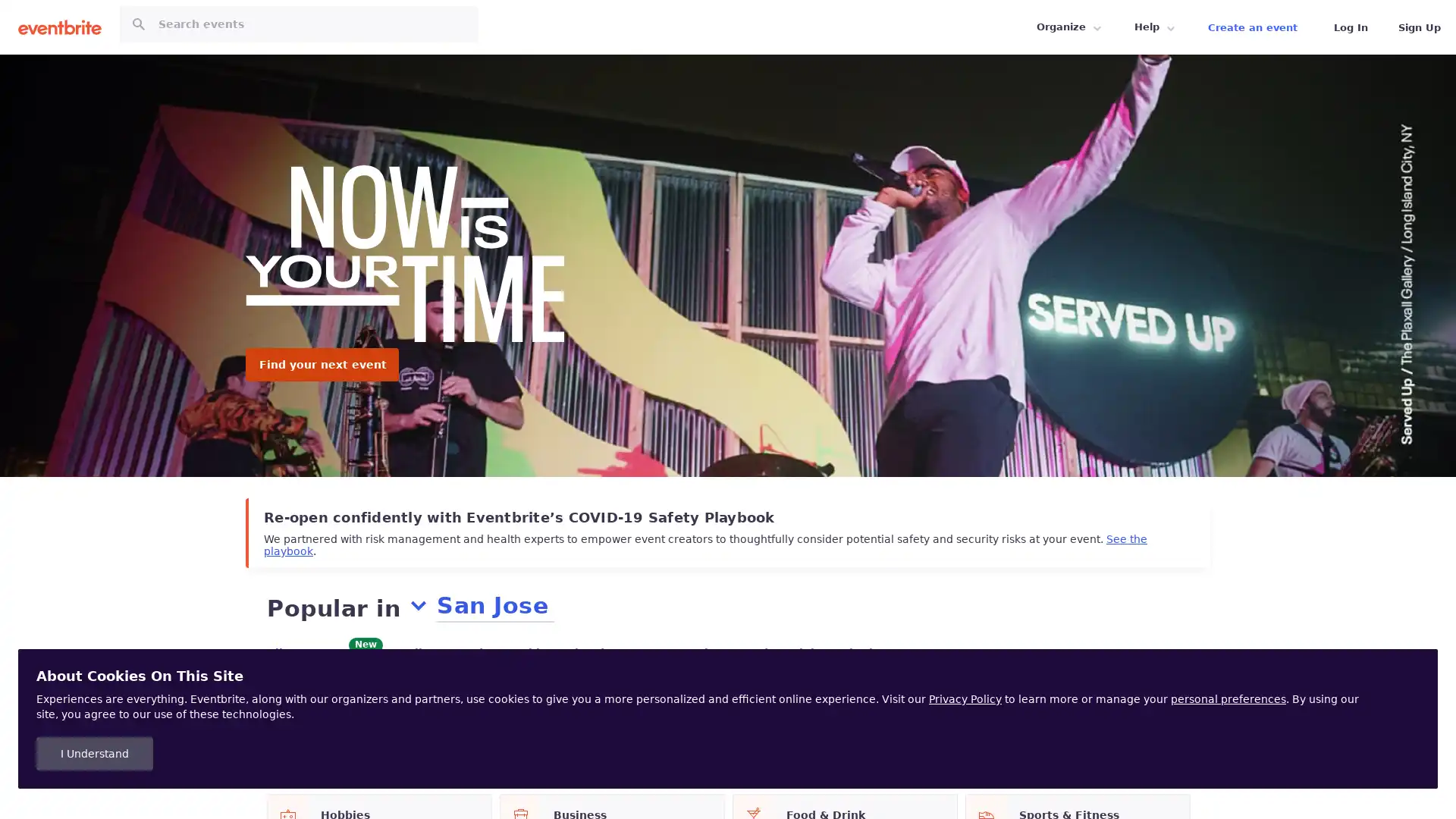  What do you see at coordinates (340, 651) in the screenshot?
I see `For you New` at bounding box center [340, 651].